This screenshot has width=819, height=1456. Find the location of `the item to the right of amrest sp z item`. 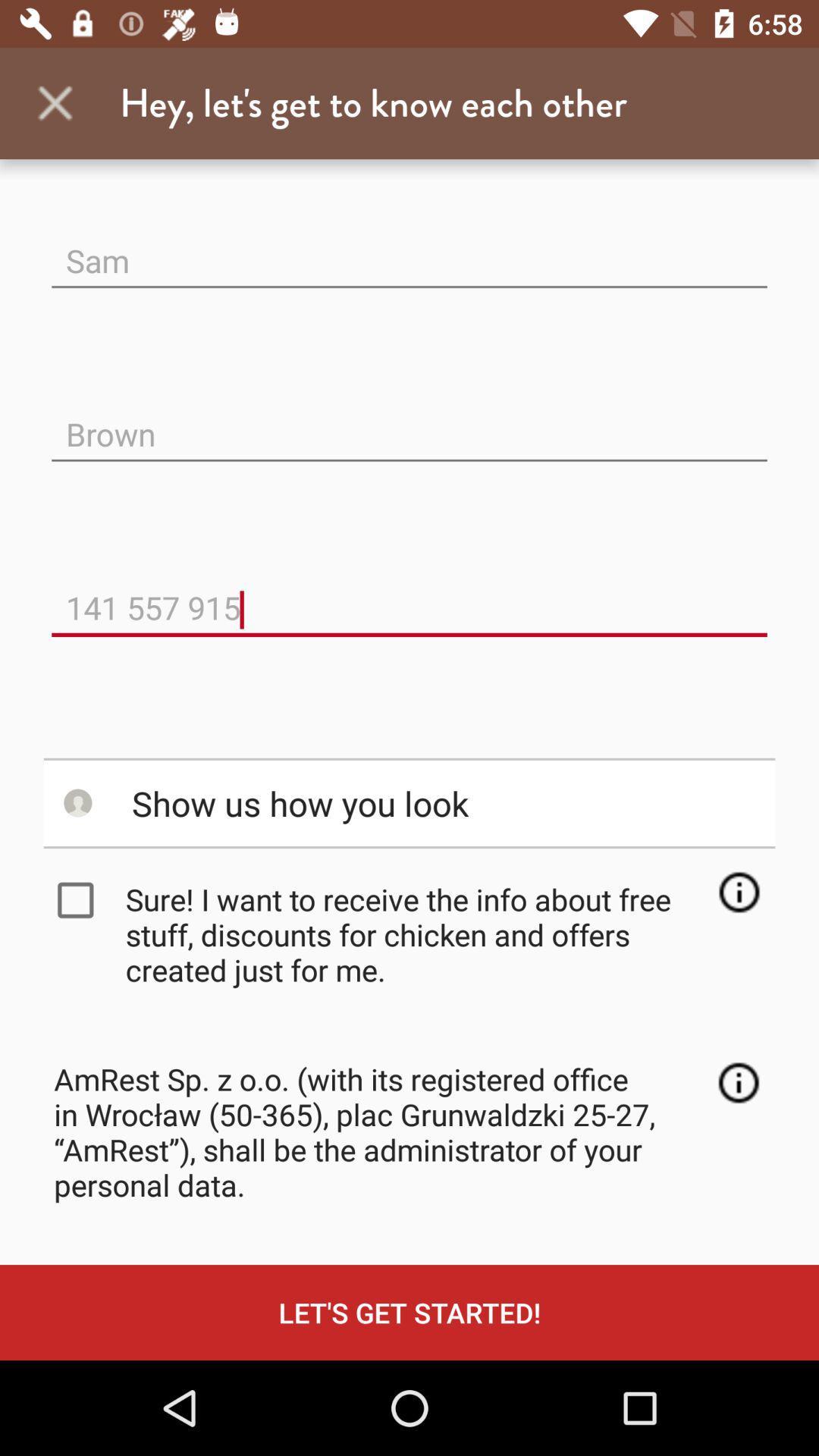

the item to the right of amrest sp z item is located at coordinates (738, 1082).